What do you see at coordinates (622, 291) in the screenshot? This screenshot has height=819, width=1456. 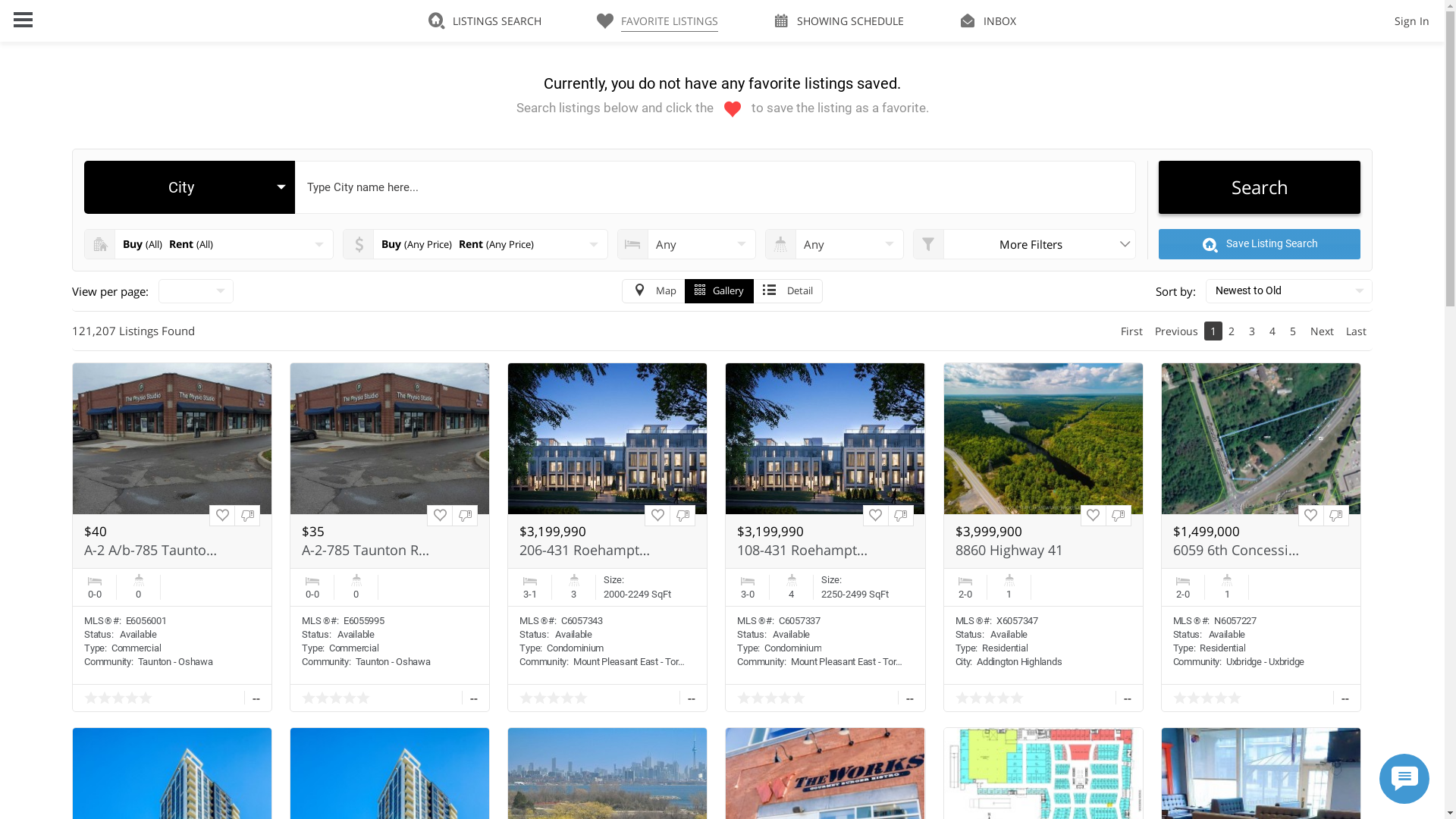 I see `'Map'` at bounding box center [622, 291].